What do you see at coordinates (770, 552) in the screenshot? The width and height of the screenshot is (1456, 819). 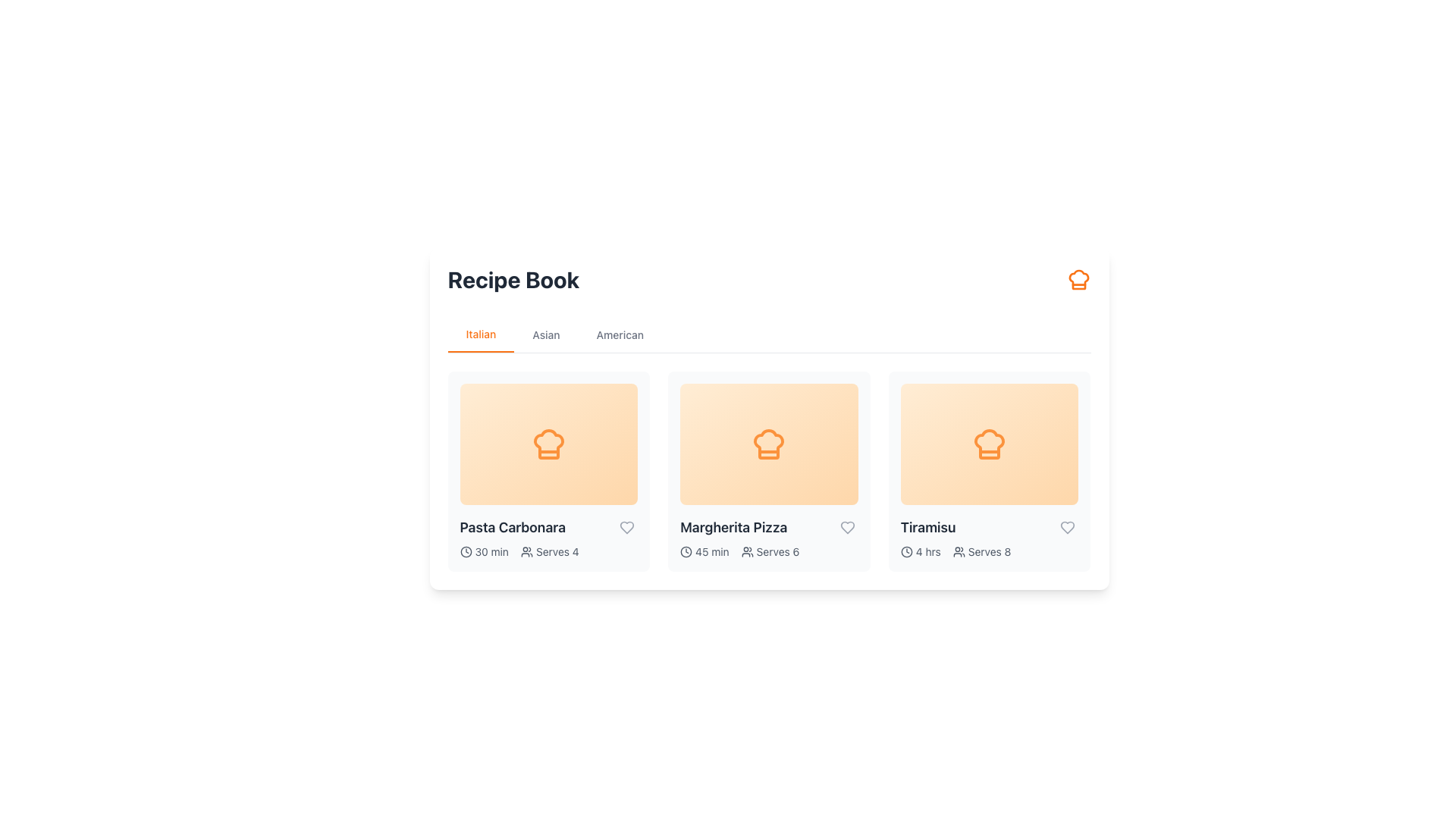 I see `the text label indicating the serving size of the recipe for 'Margherita Pizza', located at the bottom-right corner of the card, next to the '45 min' information` at bounding box center [770, 552].